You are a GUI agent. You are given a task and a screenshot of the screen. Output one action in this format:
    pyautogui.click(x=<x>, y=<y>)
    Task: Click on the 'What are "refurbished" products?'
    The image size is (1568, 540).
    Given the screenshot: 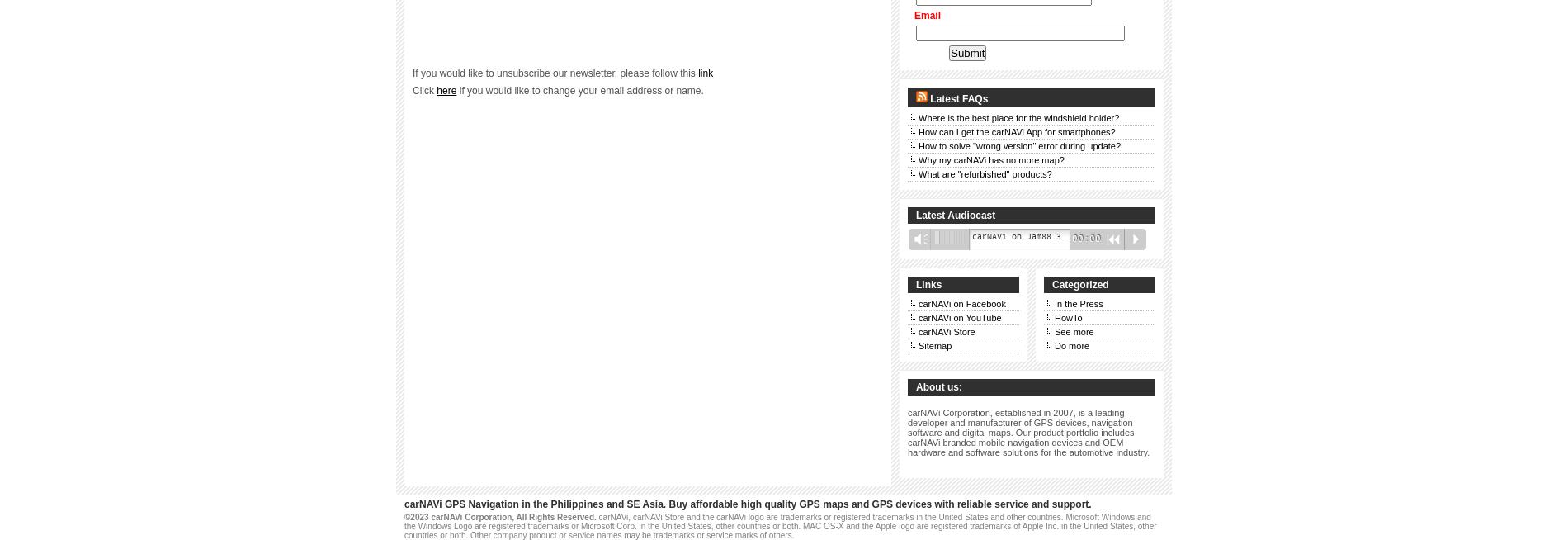 What is the action you would take?
    pyautogui.click(x=984, y=173)
    